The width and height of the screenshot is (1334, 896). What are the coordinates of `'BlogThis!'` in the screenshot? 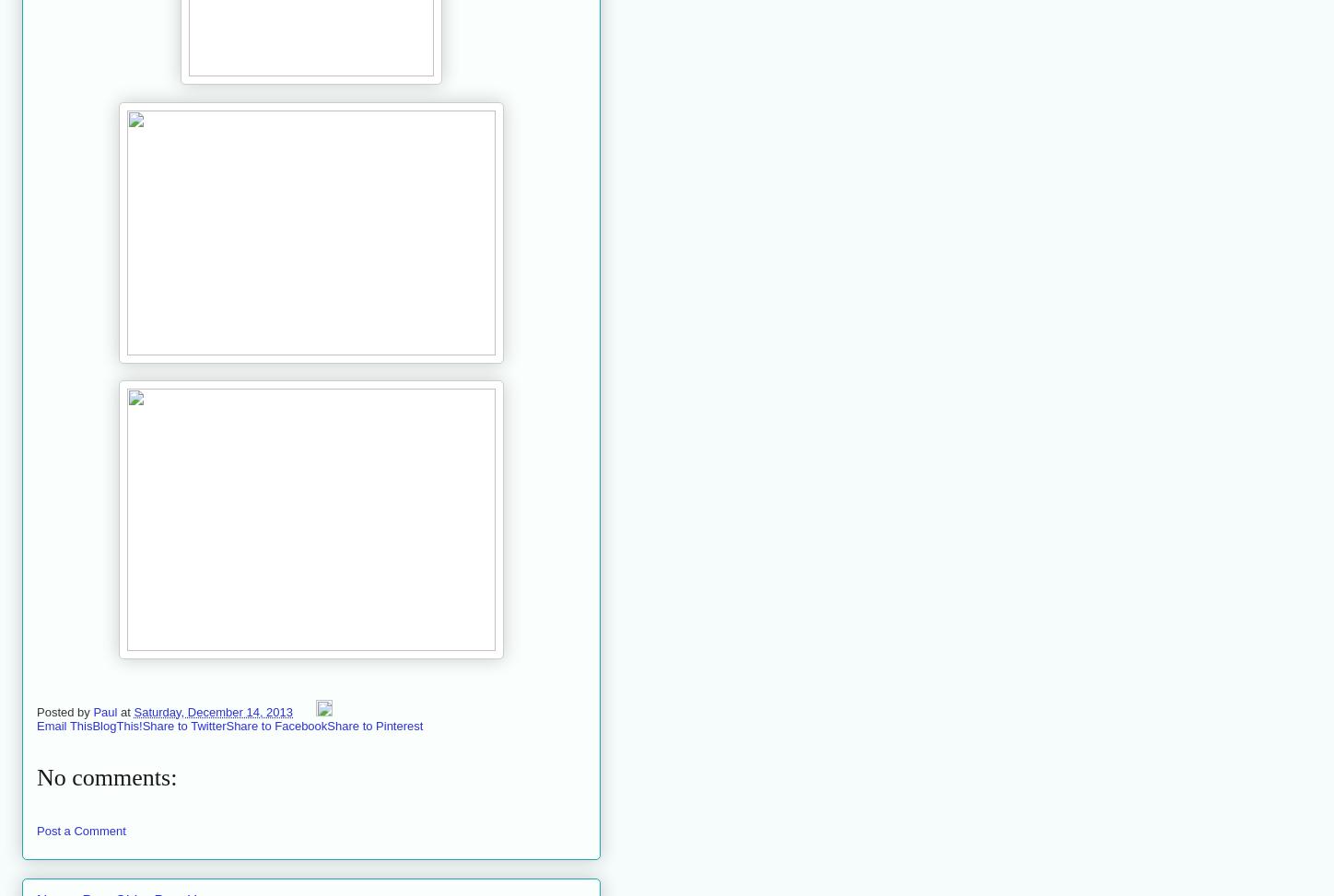 It's located at (115, 724).